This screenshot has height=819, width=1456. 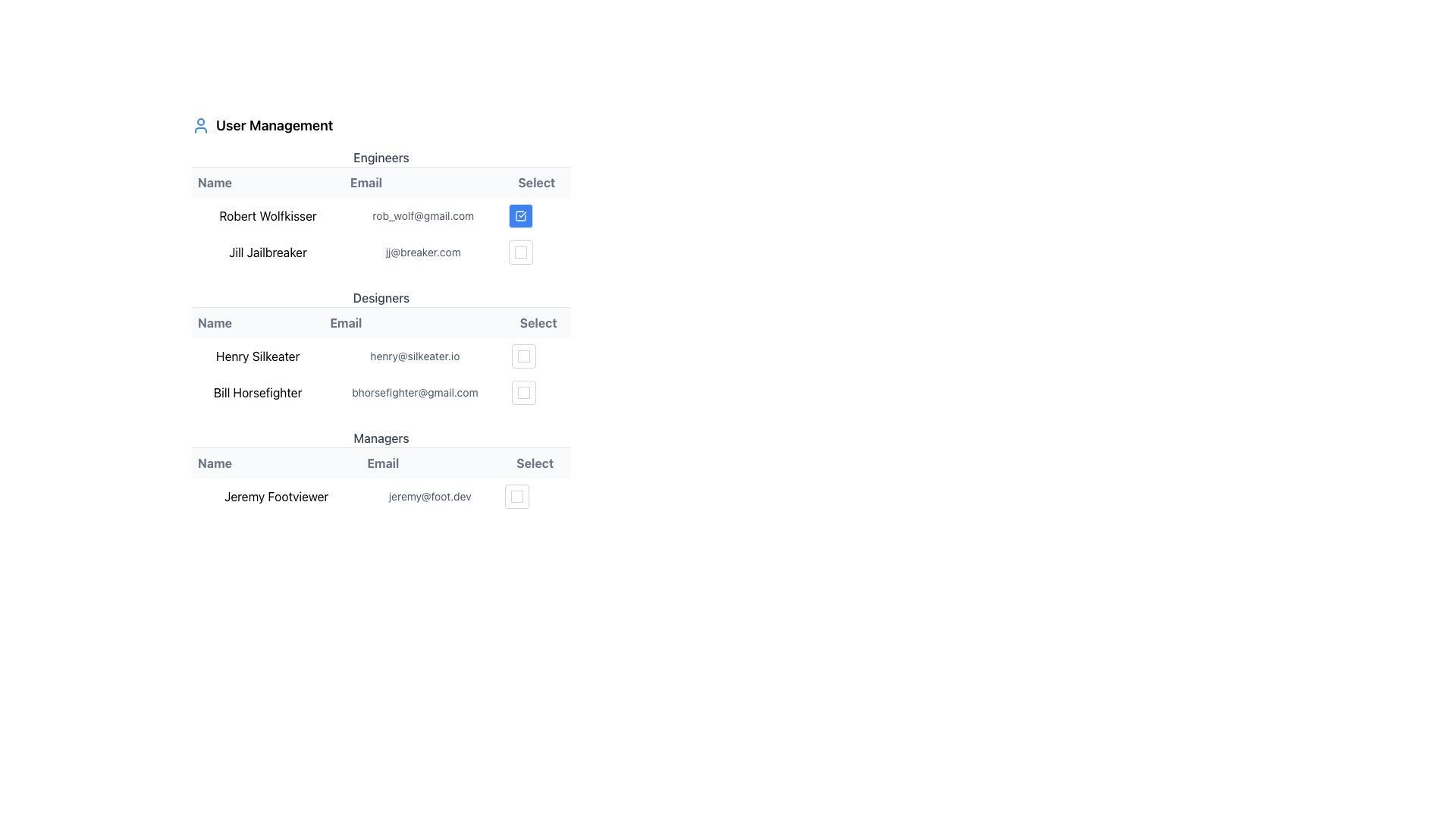 I want to click on the text display row containing the name and email address of 'Bill Horsefighter' in the 'Designers' section of the user list interface, so click(x=381, y=391).